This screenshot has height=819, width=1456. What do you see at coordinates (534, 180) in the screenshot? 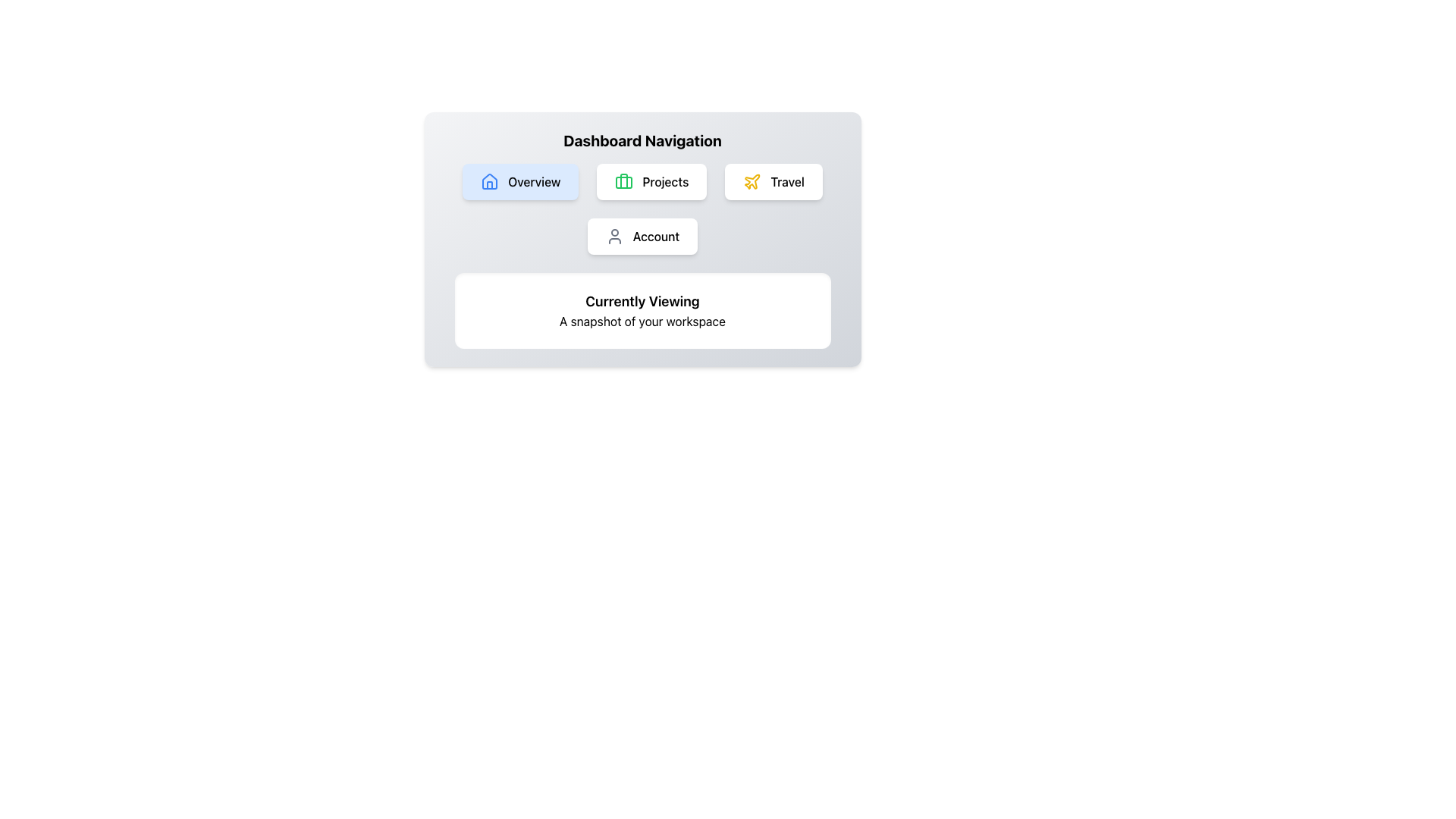
I see `the 'Overview' text label, which is the textual part of the first button in the navigation row, styled in dark text on a light blue background, located next to a house icon` at bounding box center [534, 180].